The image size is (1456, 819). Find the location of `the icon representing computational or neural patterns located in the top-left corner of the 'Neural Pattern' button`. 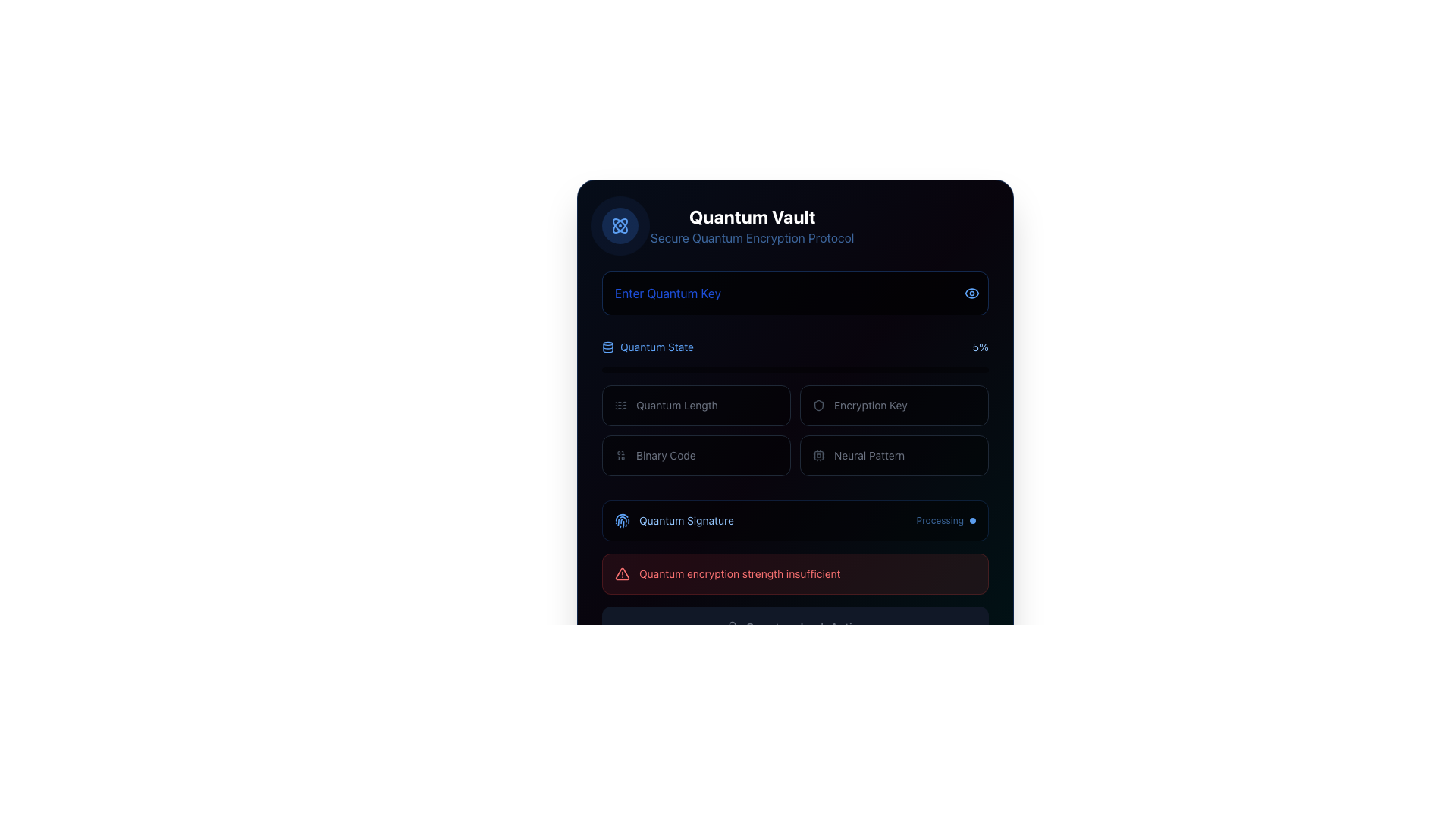

the icon representing computational or neural patterns located in the top-left corner of the 'Neural Pattern' button is located at coordinates (818, 455).